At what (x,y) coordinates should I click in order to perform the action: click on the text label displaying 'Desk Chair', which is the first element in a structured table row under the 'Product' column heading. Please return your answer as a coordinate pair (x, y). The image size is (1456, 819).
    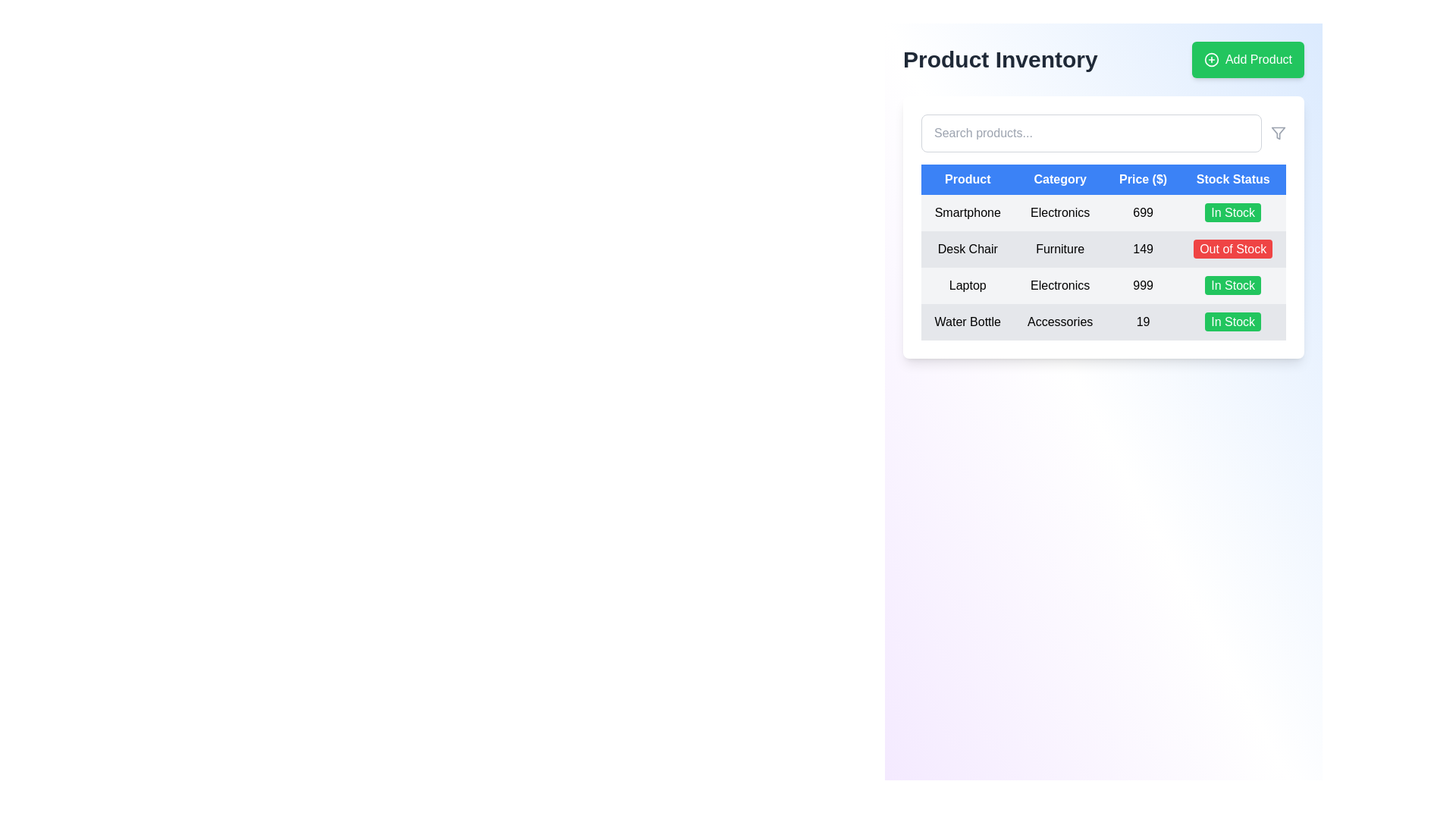
    Looking at the image, I should click on (967, 248).